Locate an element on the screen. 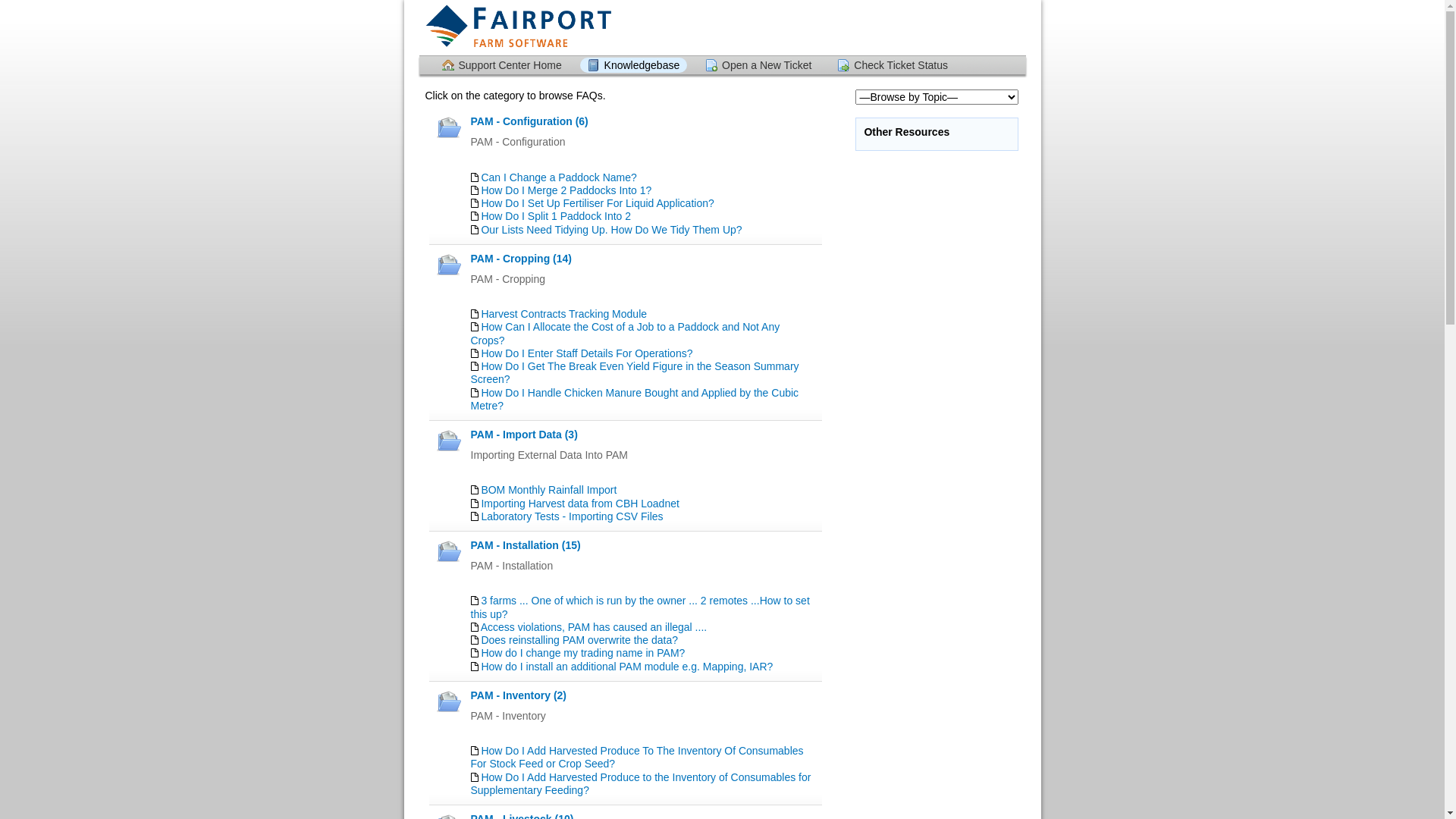  'BOM Monthly Rainfall Import' is located at coordinates (479, 489).